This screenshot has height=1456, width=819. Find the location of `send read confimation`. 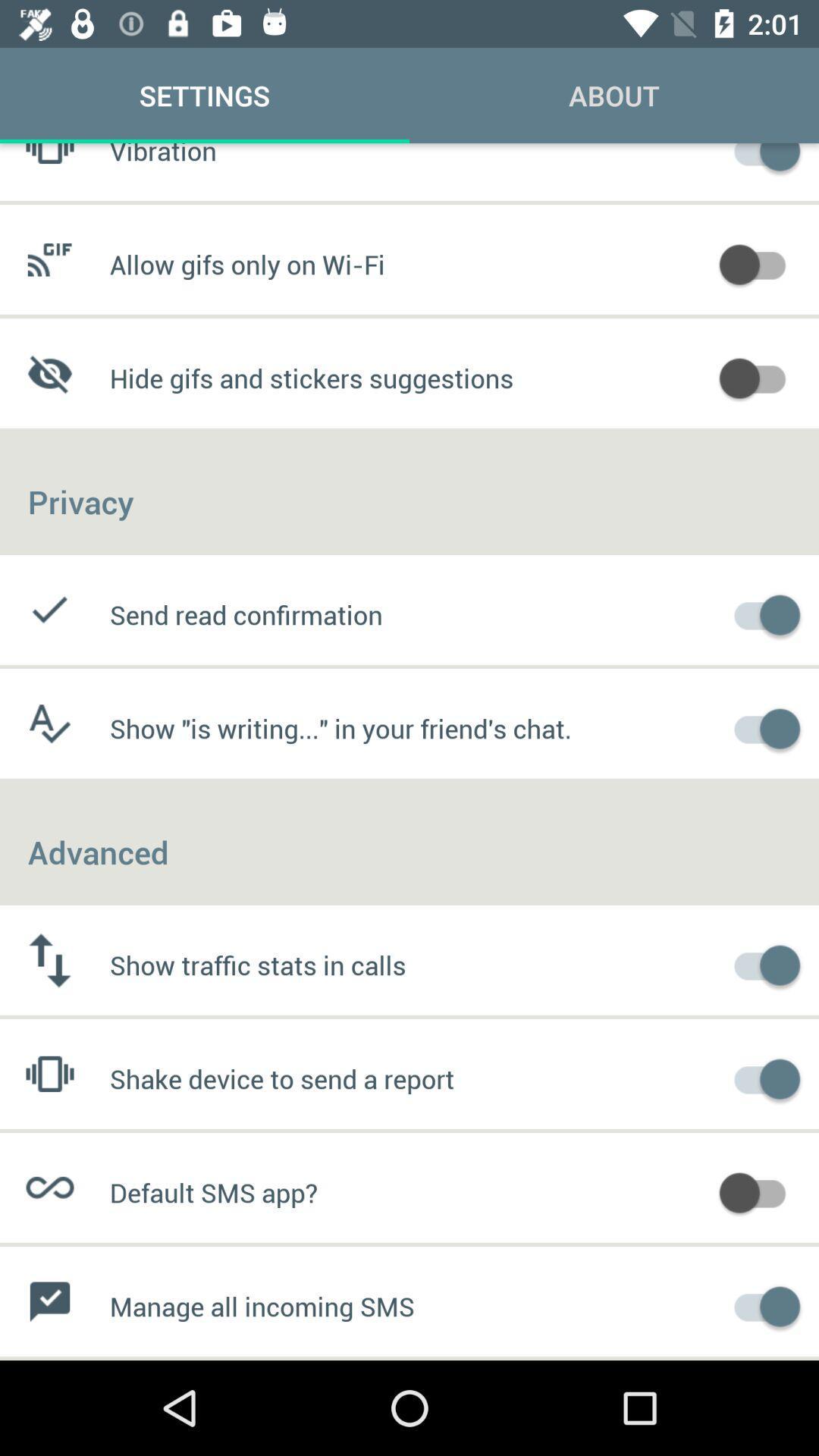

send read confimation is located at coordinates (760, 613).